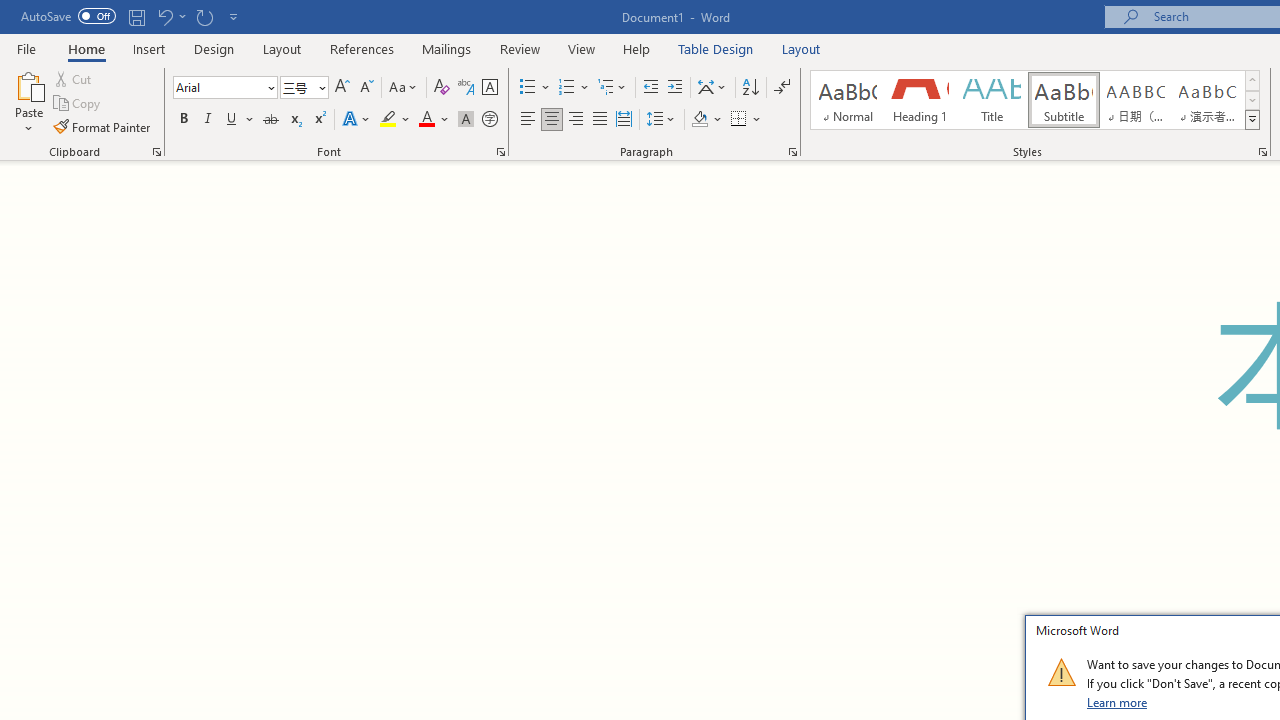 Image resolution: width=1280 pixels, height=720 pixels. What do you see at coordinates (183, 119) in the screenshot?
I see `'Bold'` at bounding box center [183, 119].